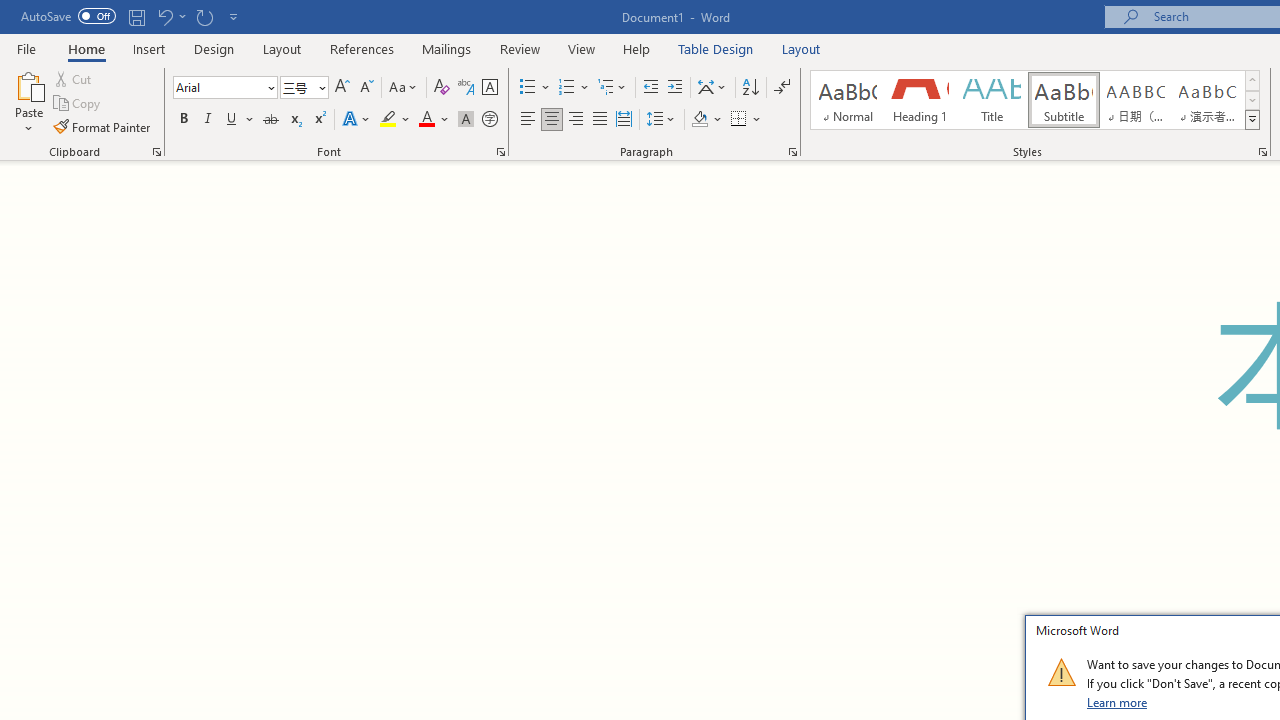 Image resolution: width=1280 pixels, height=720 pixels. What do you see at coordinates (183, 119) in the screenshot?
I see `'Bold'` at bounding box center [183, 119].